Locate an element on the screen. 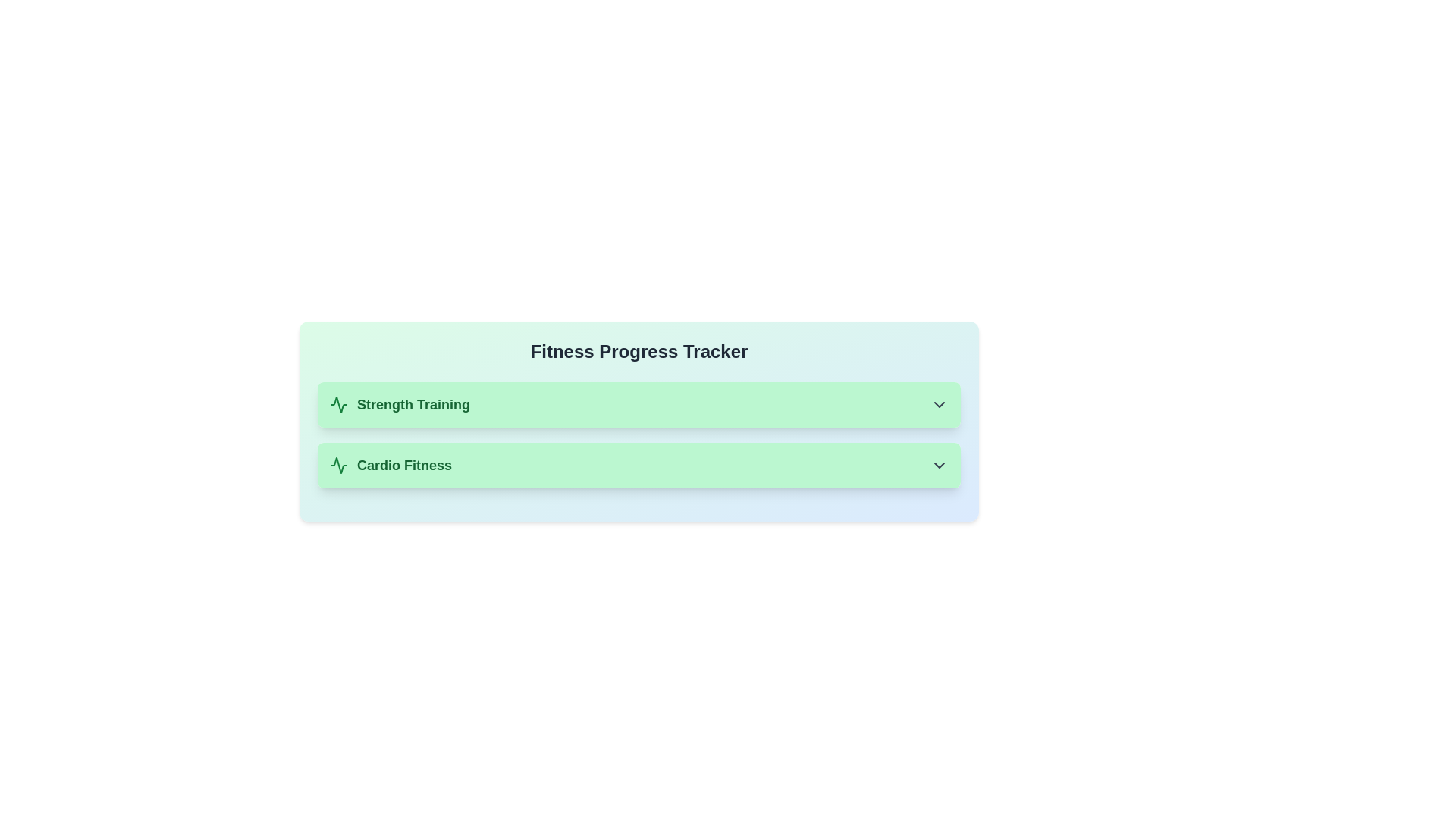 This screenshot has width=1456, height=819. on the header text 'Fitness Progress Tracker', which is bold, centered, and located above the subsections 'Strength Training' and 'Cardio Fitness' is located at coordinates (639, 351).